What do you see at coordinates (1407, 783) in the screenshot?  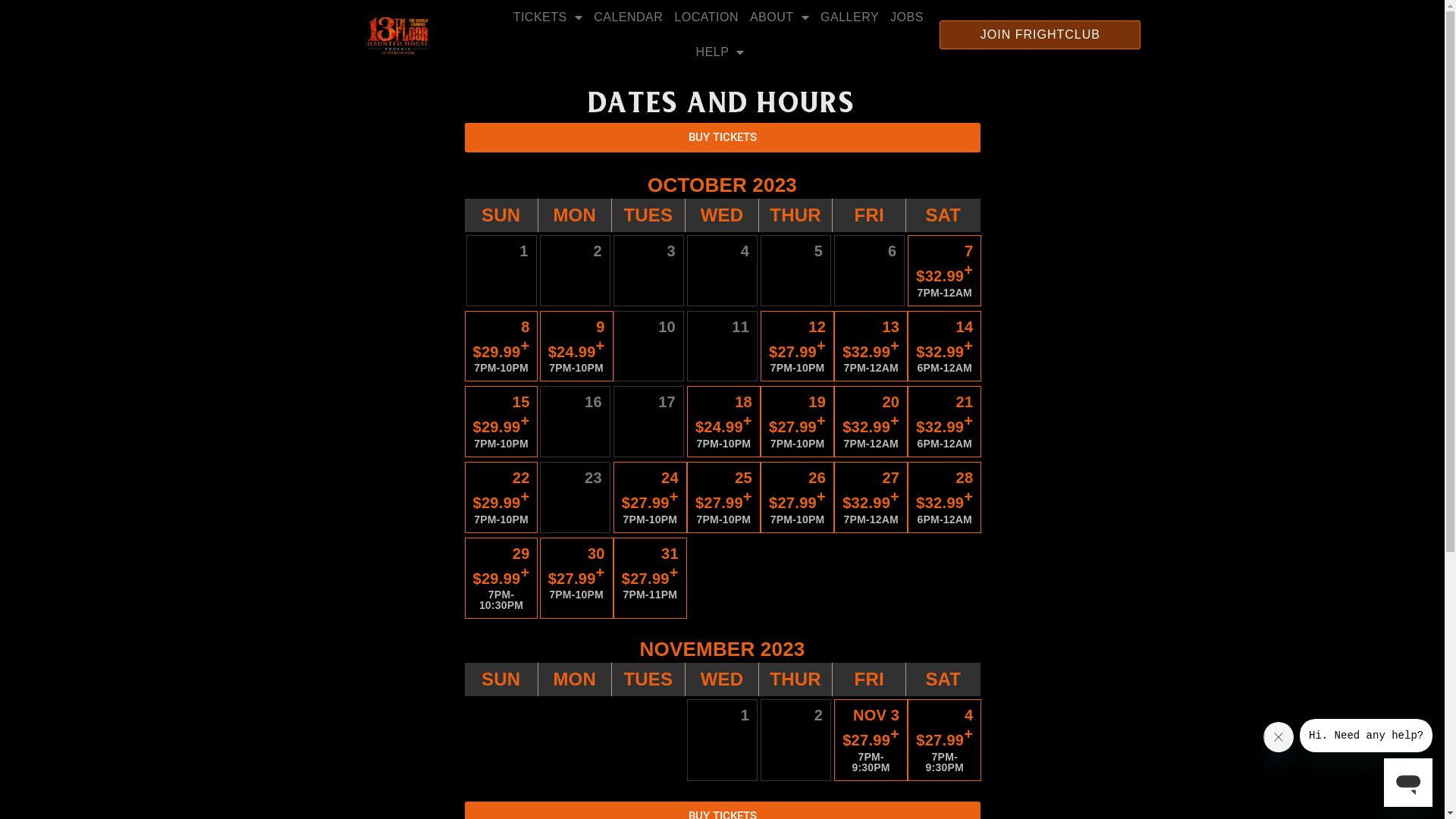 I see `'Button to launch messaging window'` at bounding box center [1407, 783].